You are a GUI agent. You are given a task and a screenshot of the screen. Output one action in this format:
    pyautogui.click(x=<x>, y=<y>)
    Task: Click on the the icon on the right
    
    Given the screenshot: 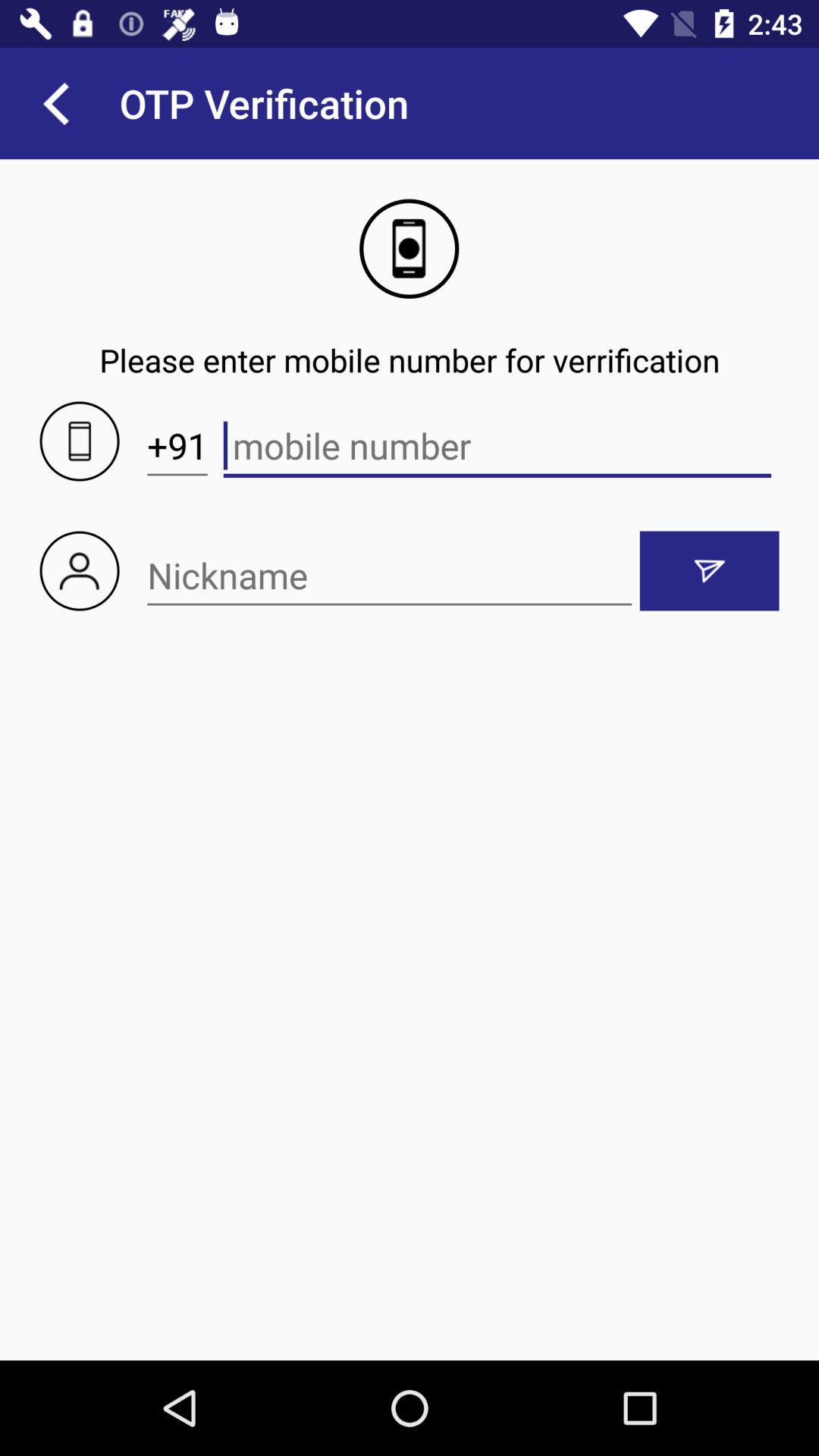 What is the action you would take?
    pyautogui.click(x=709, y=570)
    